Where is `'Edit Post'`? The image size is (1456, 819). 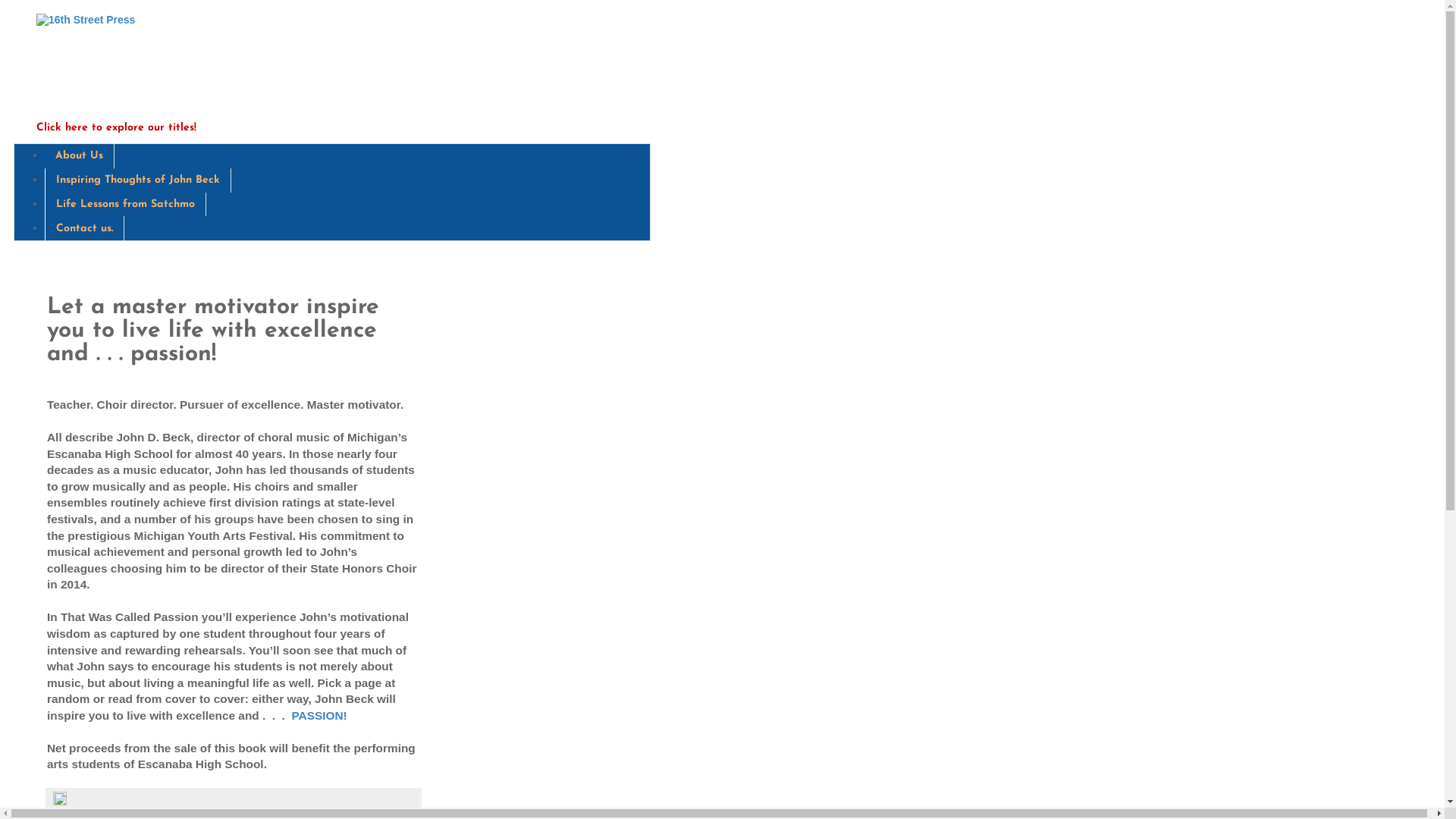 'Edit Post' is located at coordinates (59, 801).